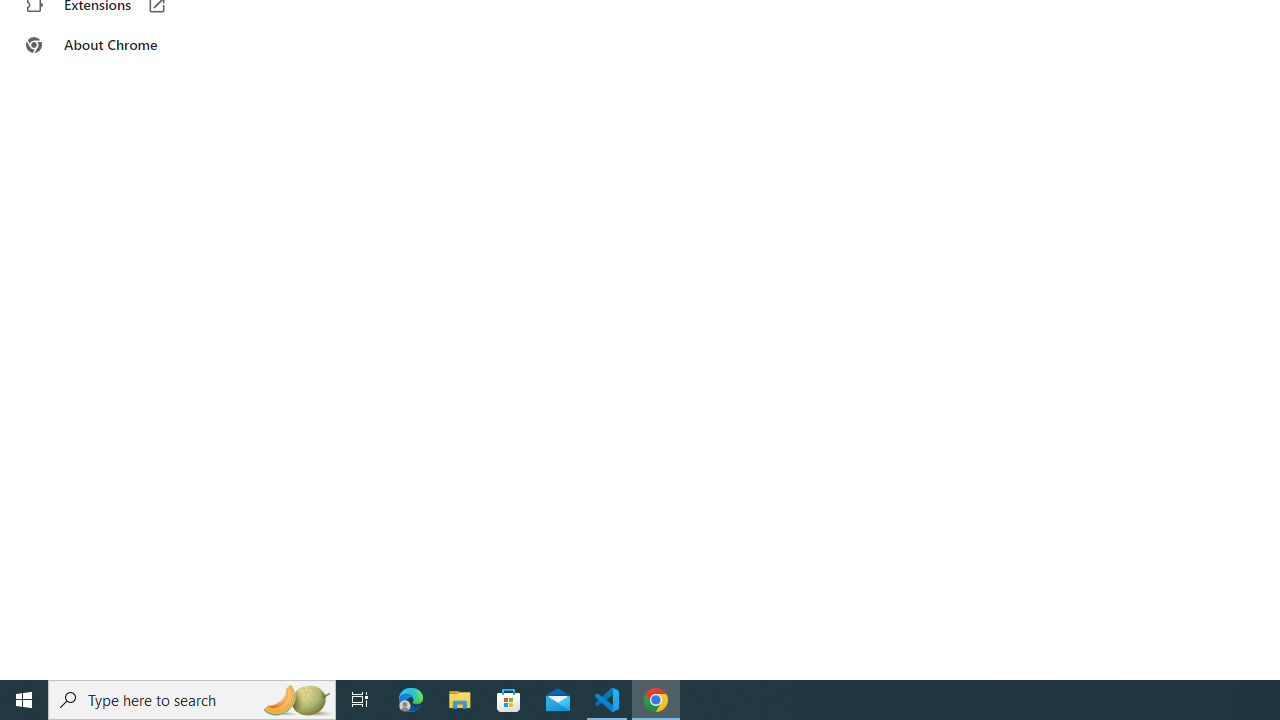 The width and height of the screenshot is (1280, 720). What do you see at coordinates (606, 698) in the screenshot?
I see `'Visual Studio Code - 1 running window'` at bounding box center [606, 698].